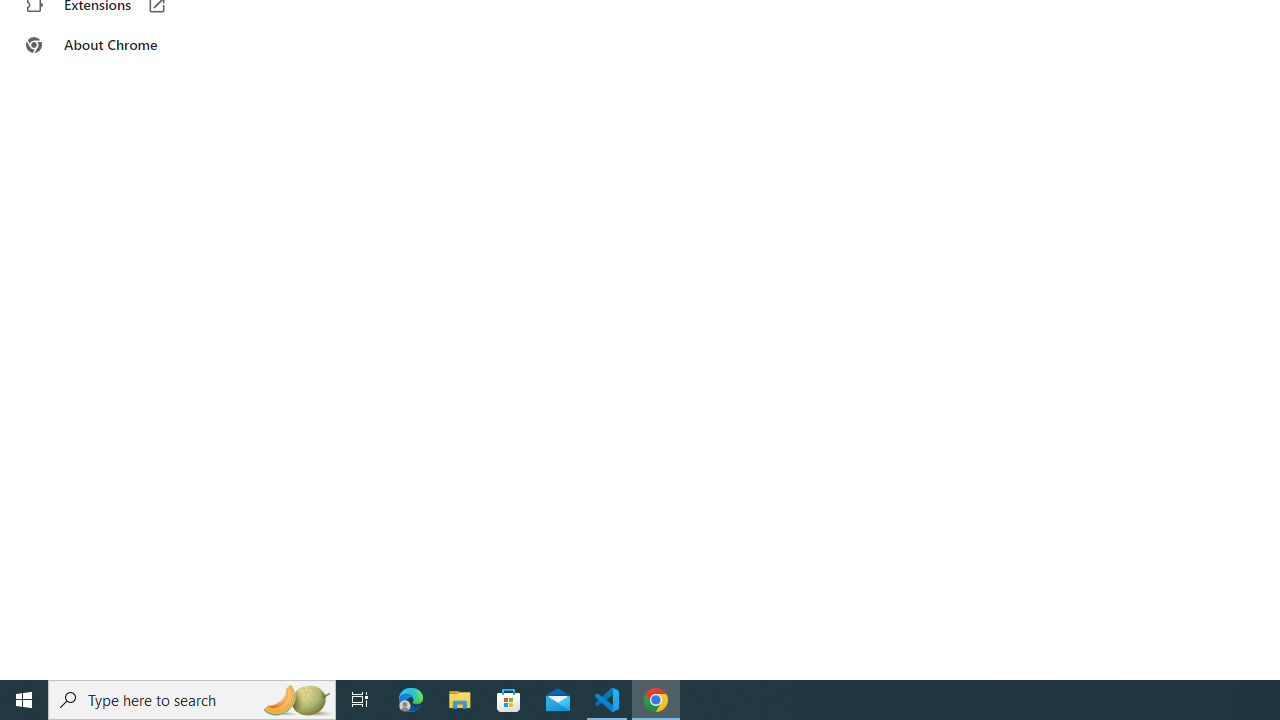 The width and height of the screenshot is (1280, 720). What do you see at coordinates (606, 698) in the screenshot?
I see `'Visual Studio Code - 1 running window'` at bounding box center [606, 698].